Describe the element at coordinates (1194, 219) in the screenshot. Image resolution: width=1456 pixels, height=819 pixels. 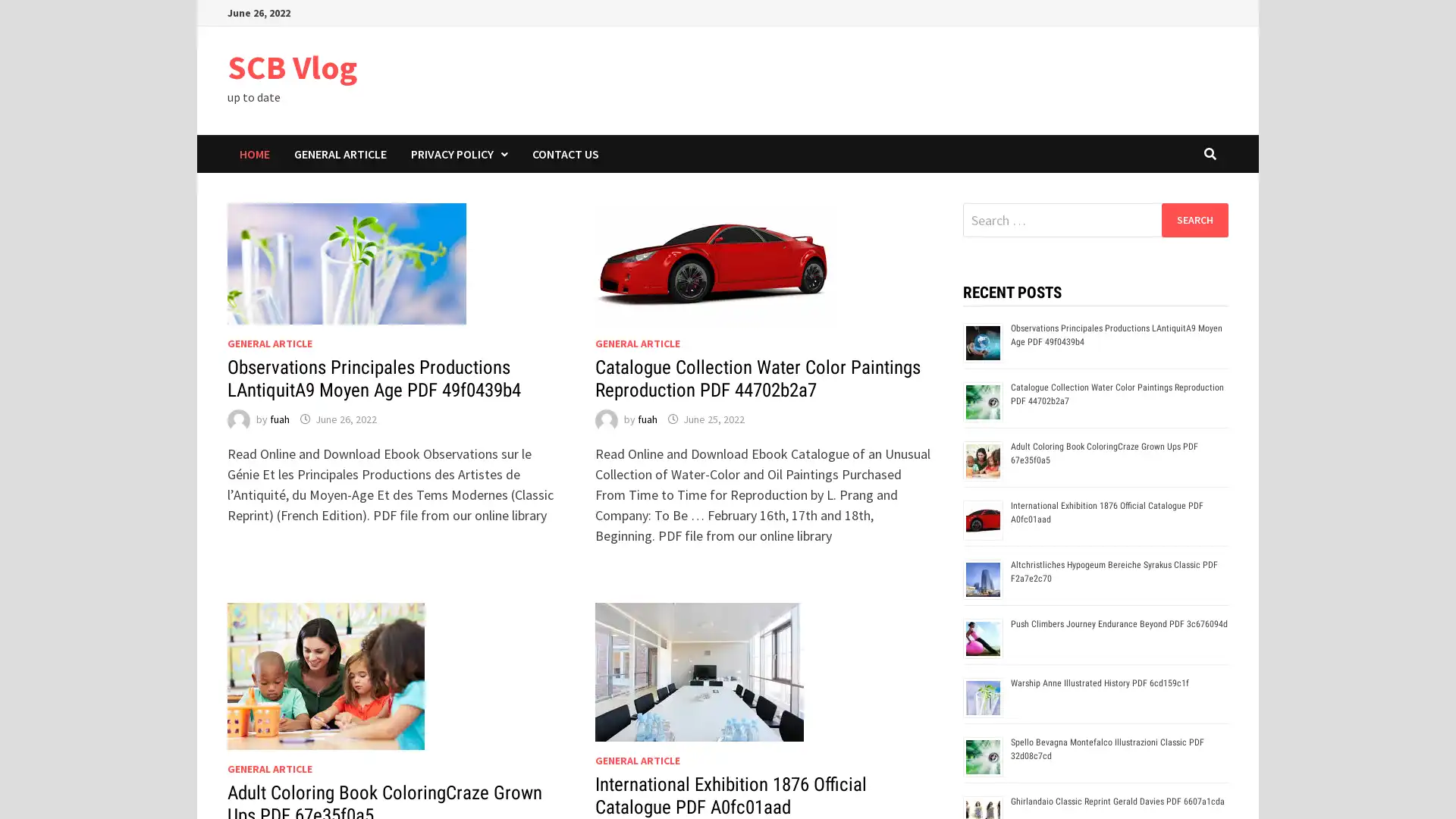
I see `Search` at that location.